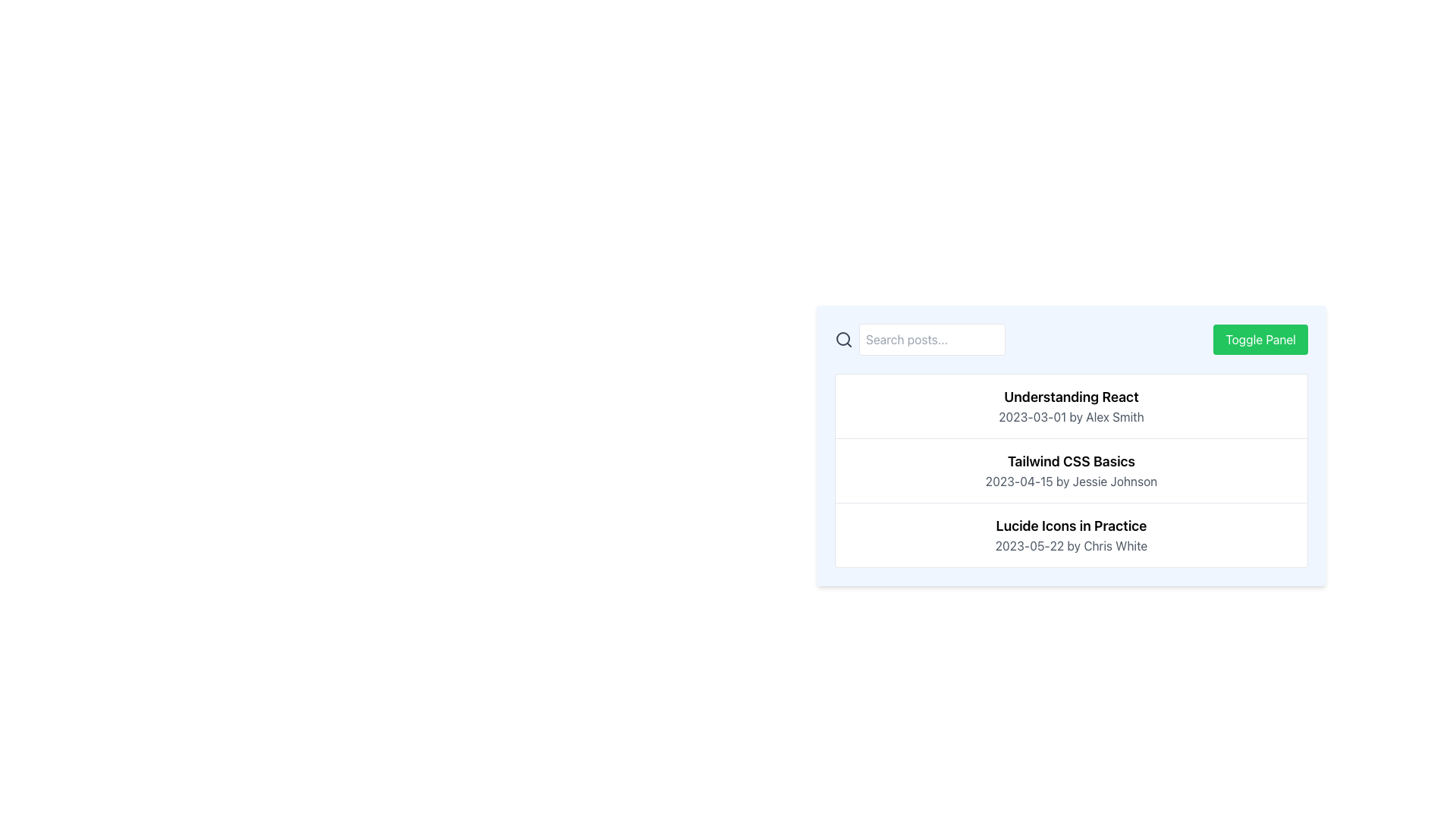  Describe the element at coordinates (1260, 338) in the screenshot. I see `the 'Toggle Panel' button, which is a green rectangular button with rounded corners and white center-aligned text` at that location.